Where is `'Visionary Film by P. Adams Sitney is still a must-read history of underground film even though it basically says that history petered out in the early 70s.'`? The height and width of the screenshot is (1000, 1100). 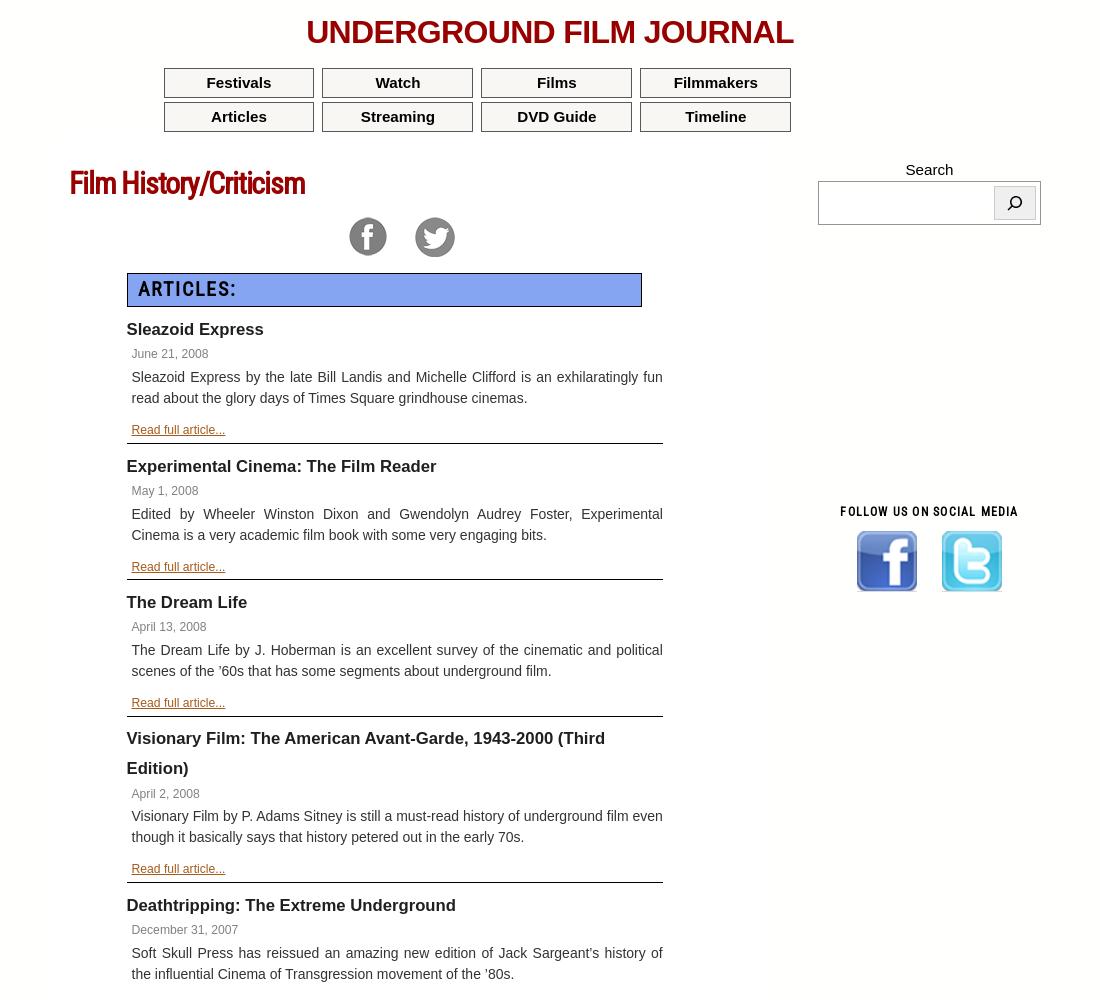 'Visionary Film by P. Adams Sitney is still a must-read history of underground film even though it basically says that history petered out in the early 70s.' is located at coordinates (396, 825).